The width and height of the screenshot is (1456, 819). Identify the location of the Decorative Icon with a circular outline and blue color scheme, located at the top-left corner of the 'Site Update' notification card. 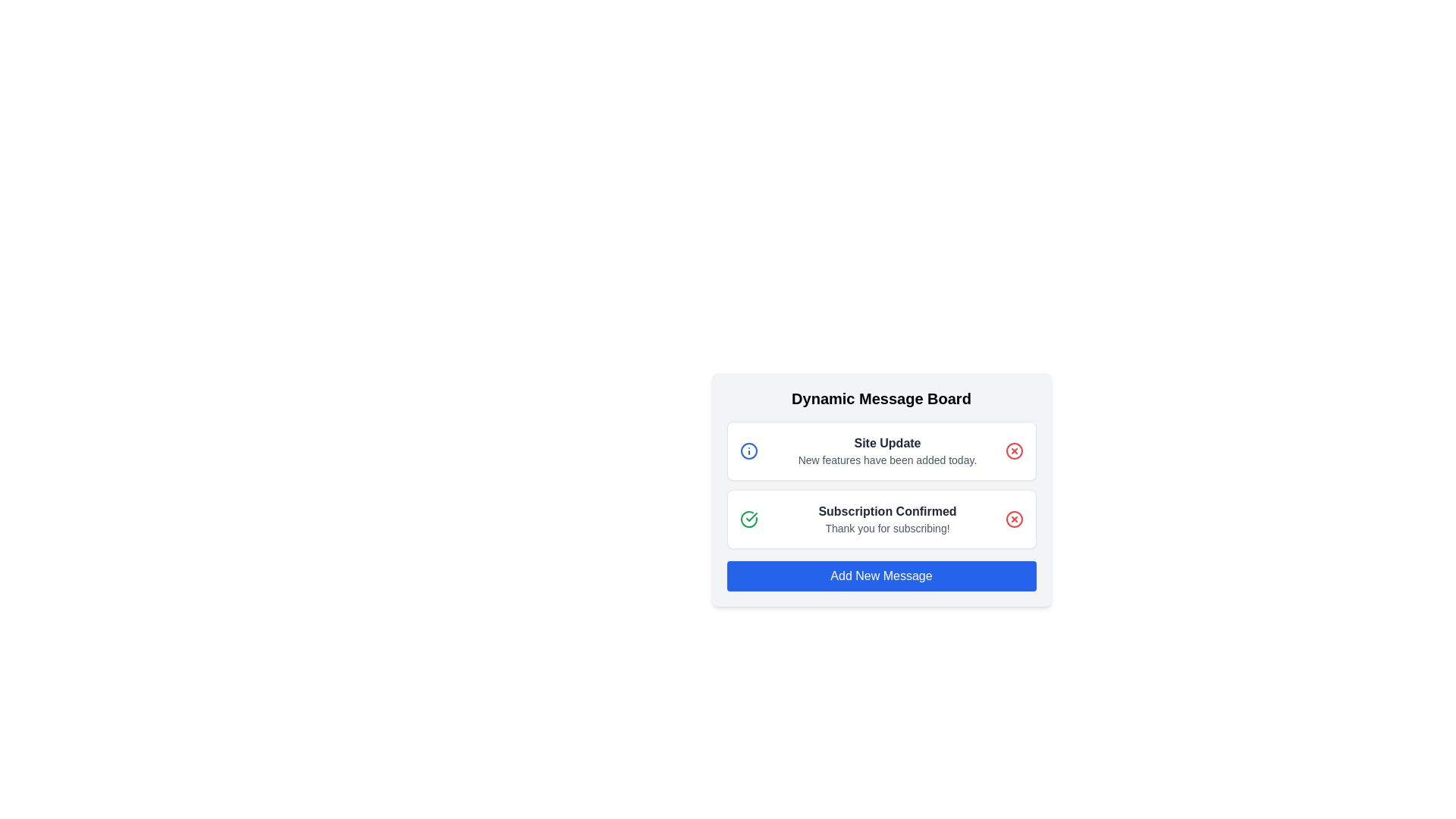
(748, 450).